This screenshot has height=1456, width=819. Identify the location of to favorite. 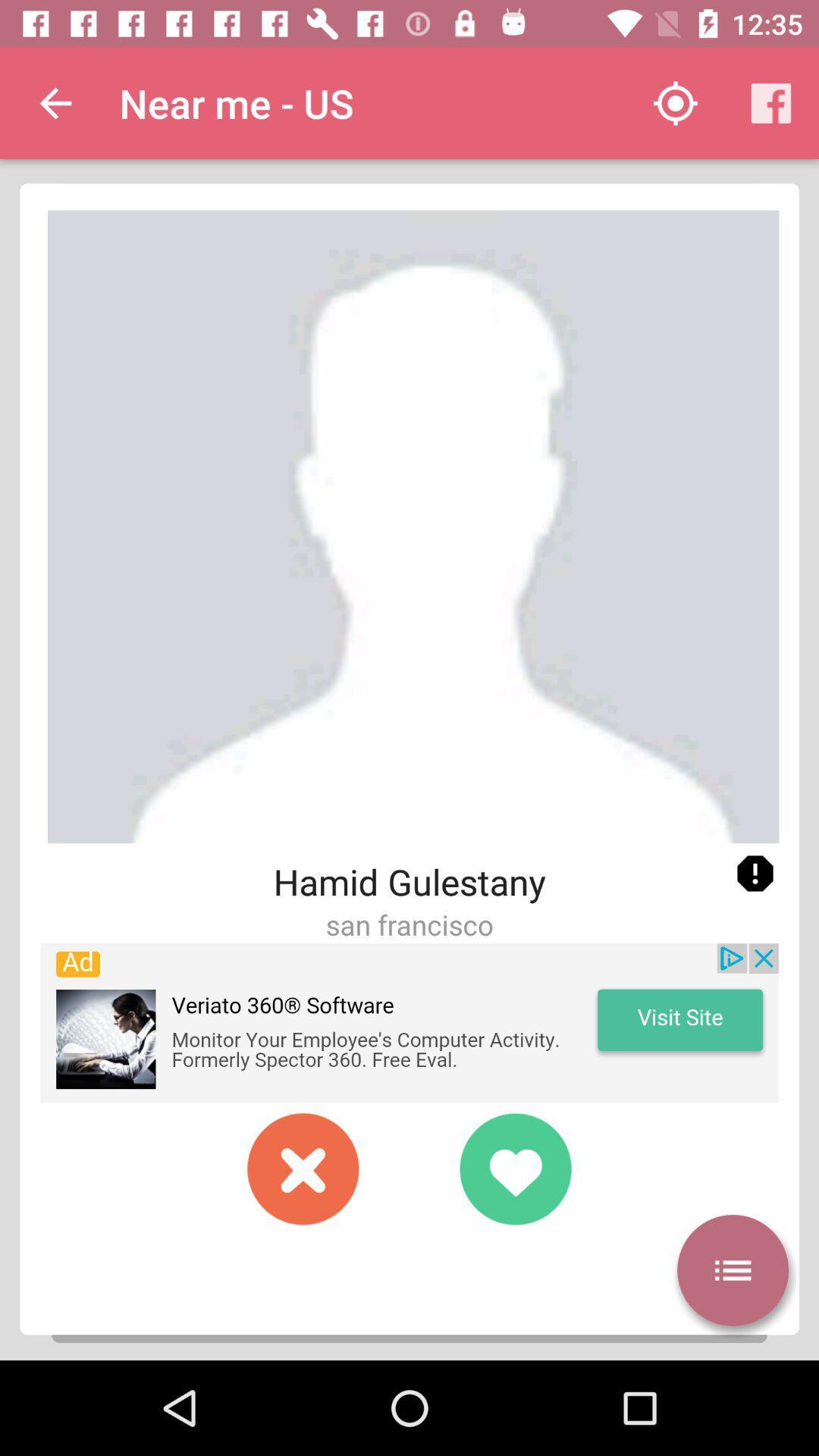
(514, 1168).